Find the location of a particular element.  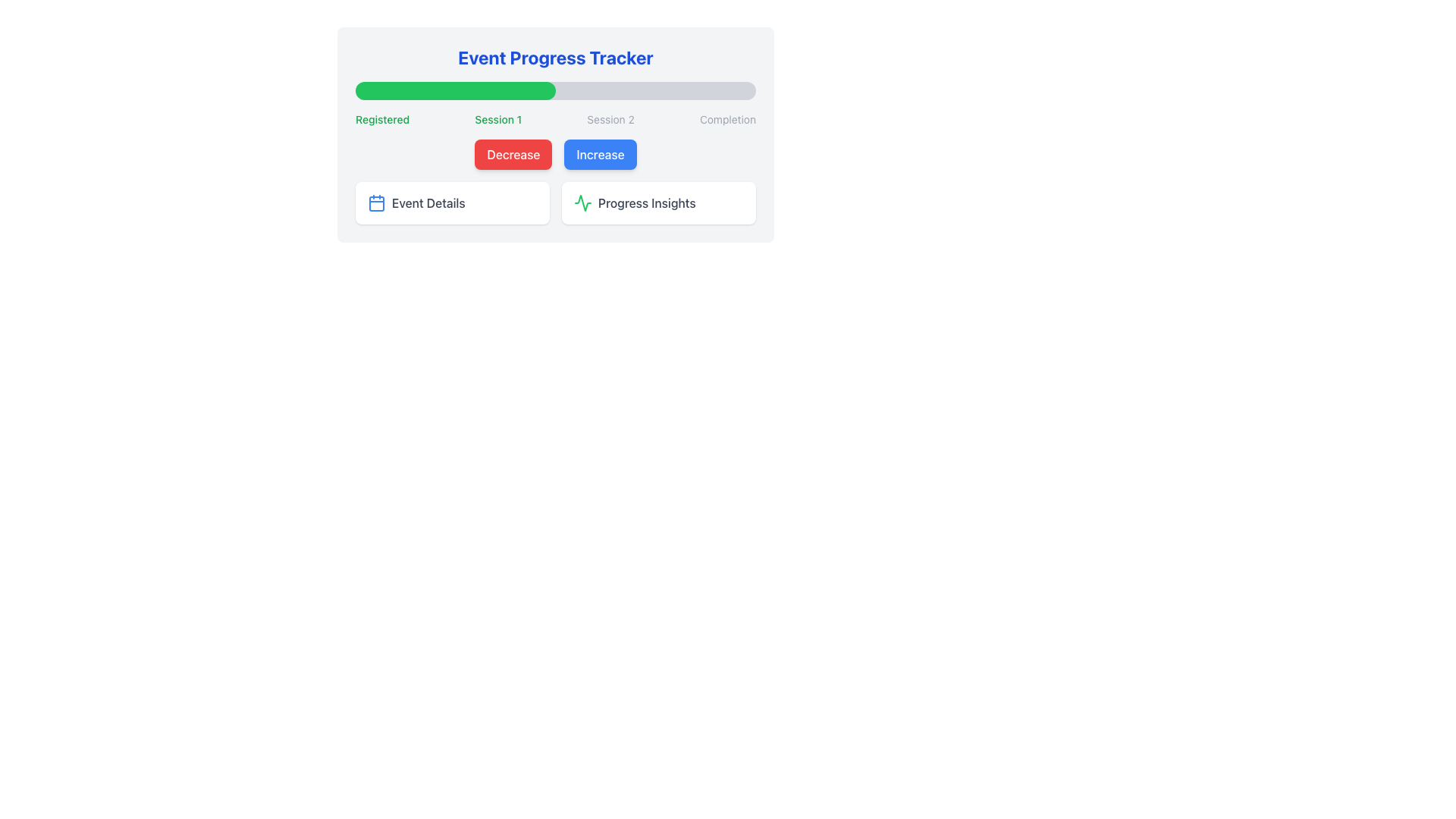

the second button located to the right of the red 'Decrease' button is located at coordinates (600, 155).